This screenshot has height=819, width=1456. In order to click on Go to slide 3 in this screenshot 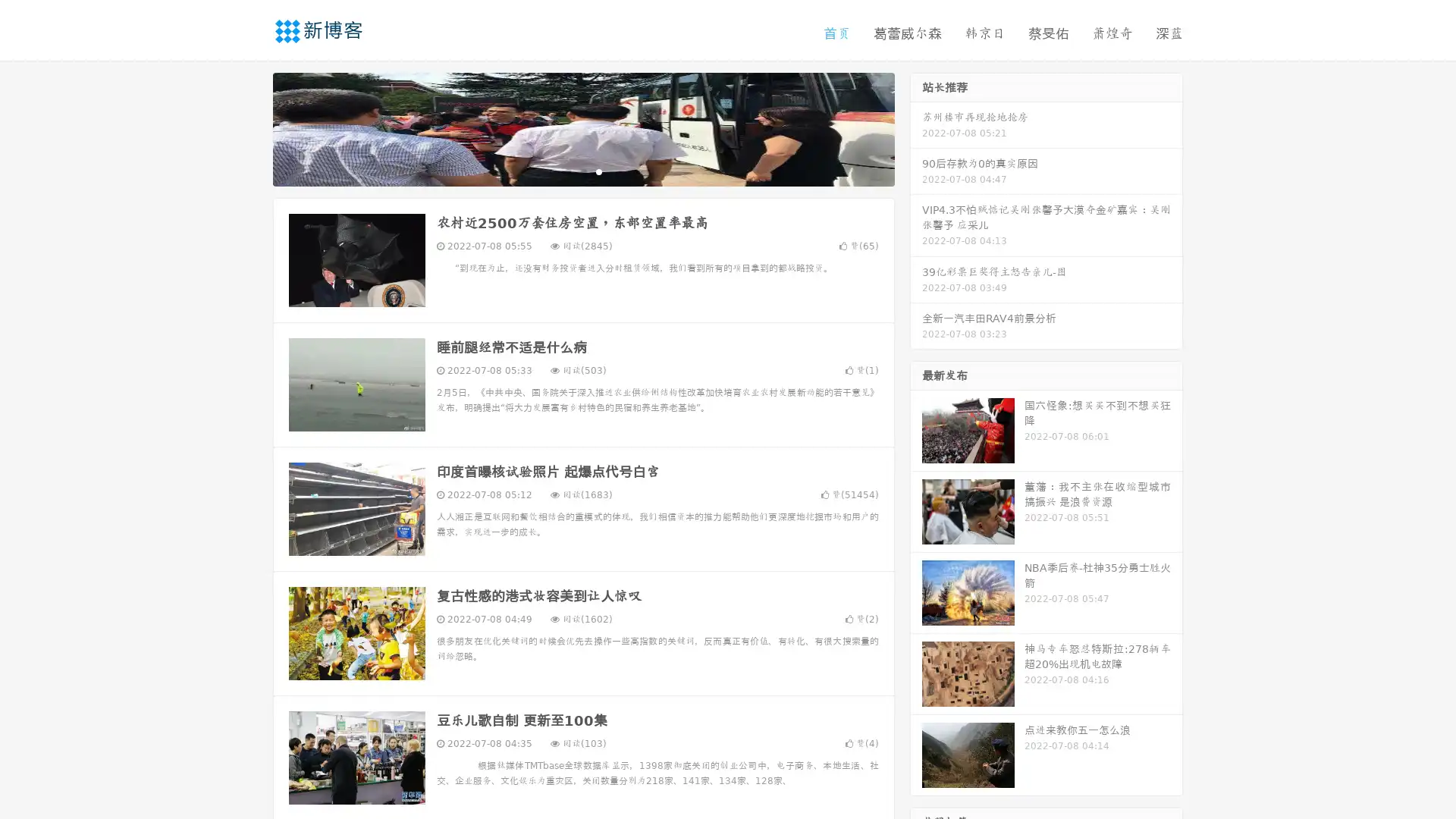, I will do `click(598, 171)`.